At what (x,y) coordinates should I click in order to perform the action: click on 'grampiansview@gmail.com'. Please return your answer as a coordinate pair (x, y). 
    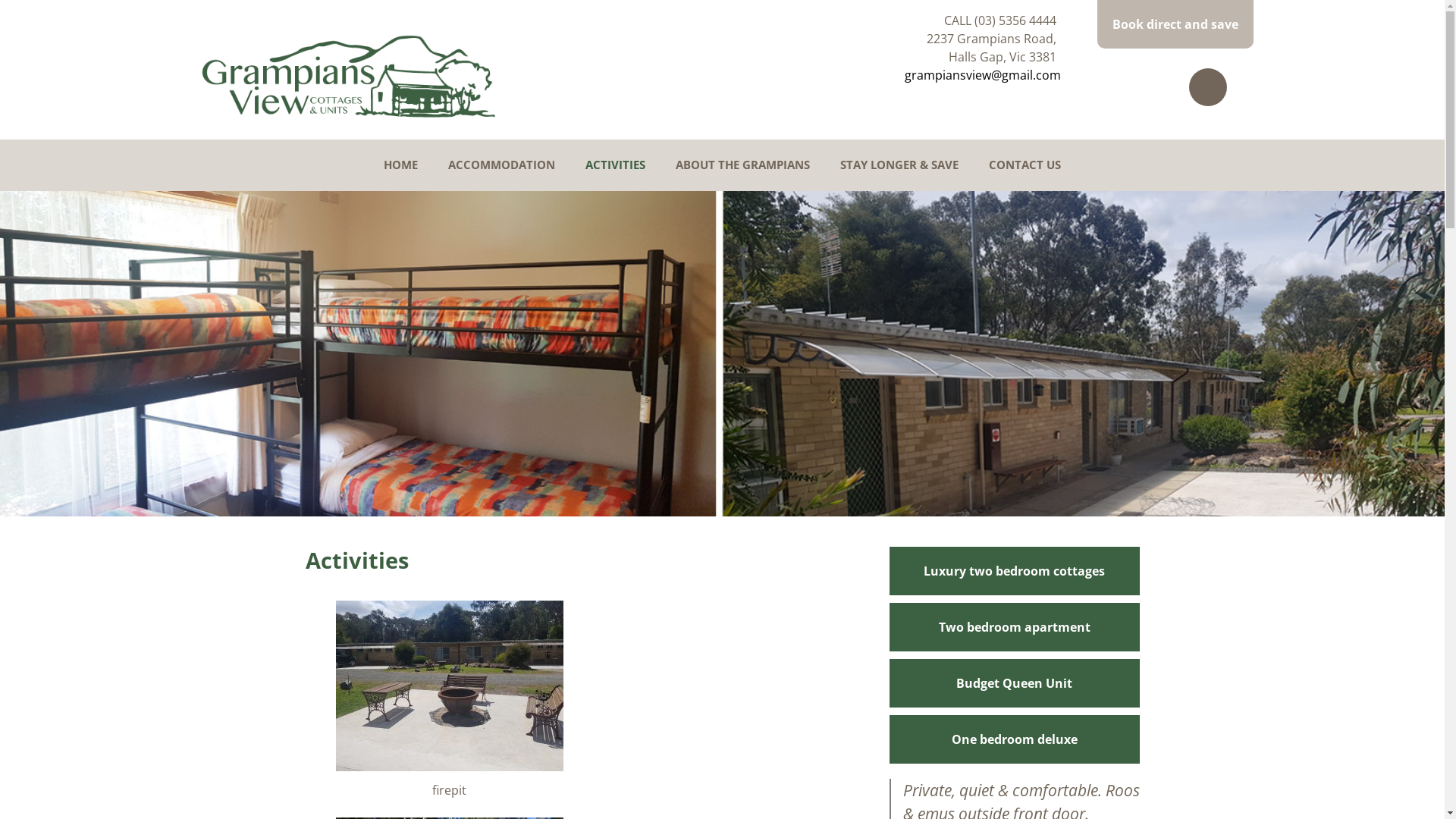
    Looking at the image, I should click on (982, 75).